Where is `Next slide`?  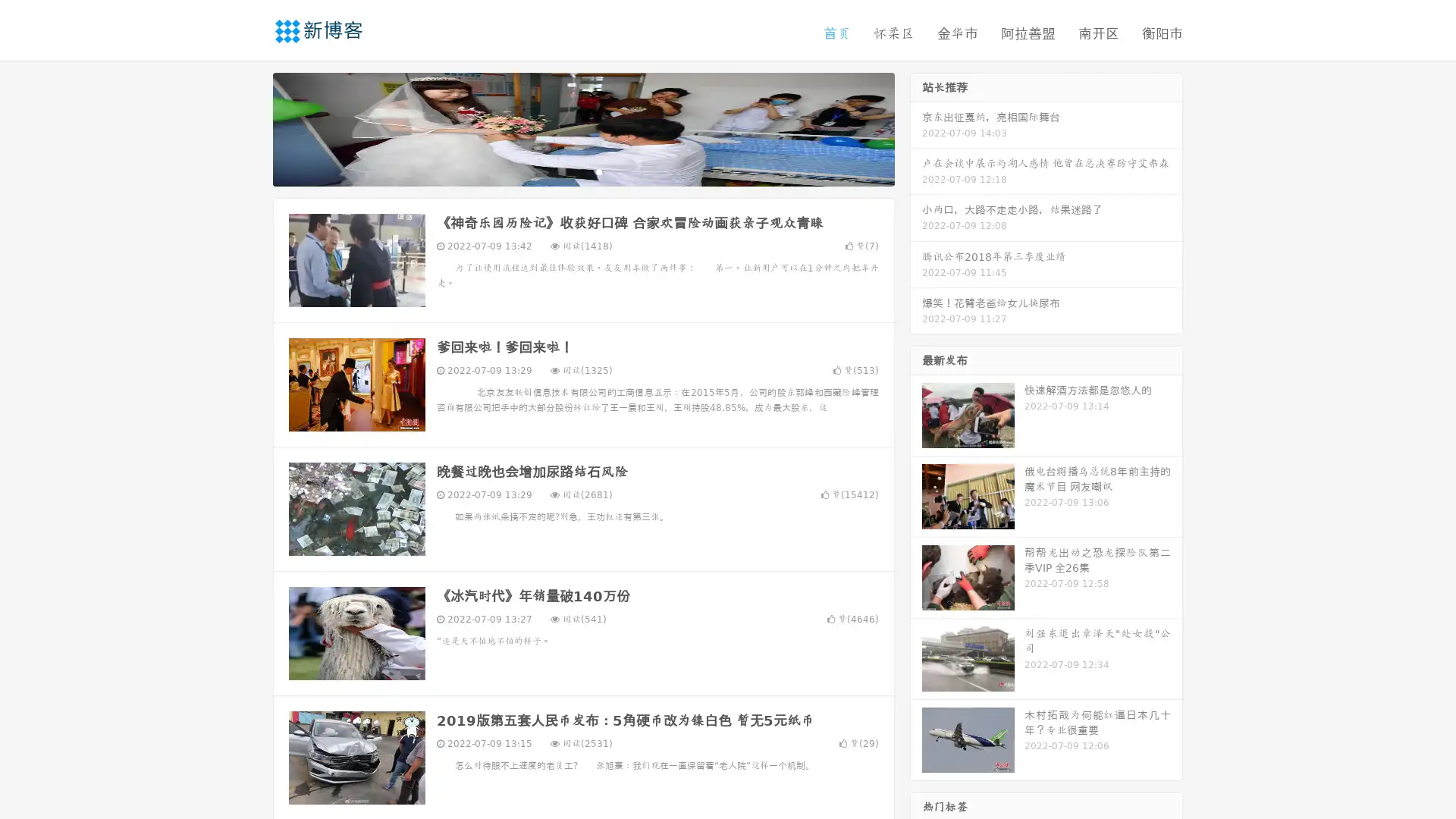 Next slide is located at coordinates (916, 127).